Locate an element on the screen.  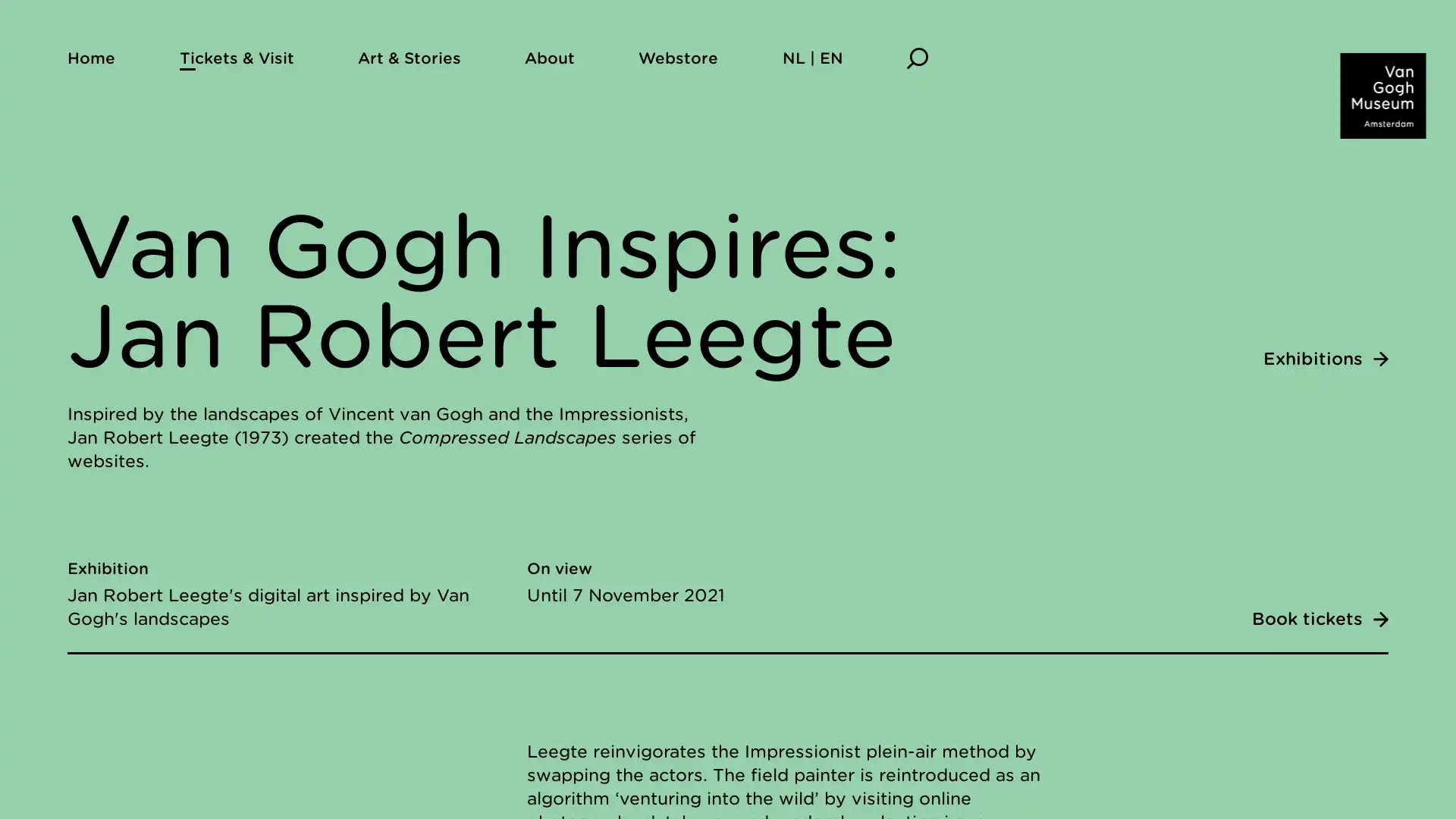
Search is located at coordinates (916, 57).